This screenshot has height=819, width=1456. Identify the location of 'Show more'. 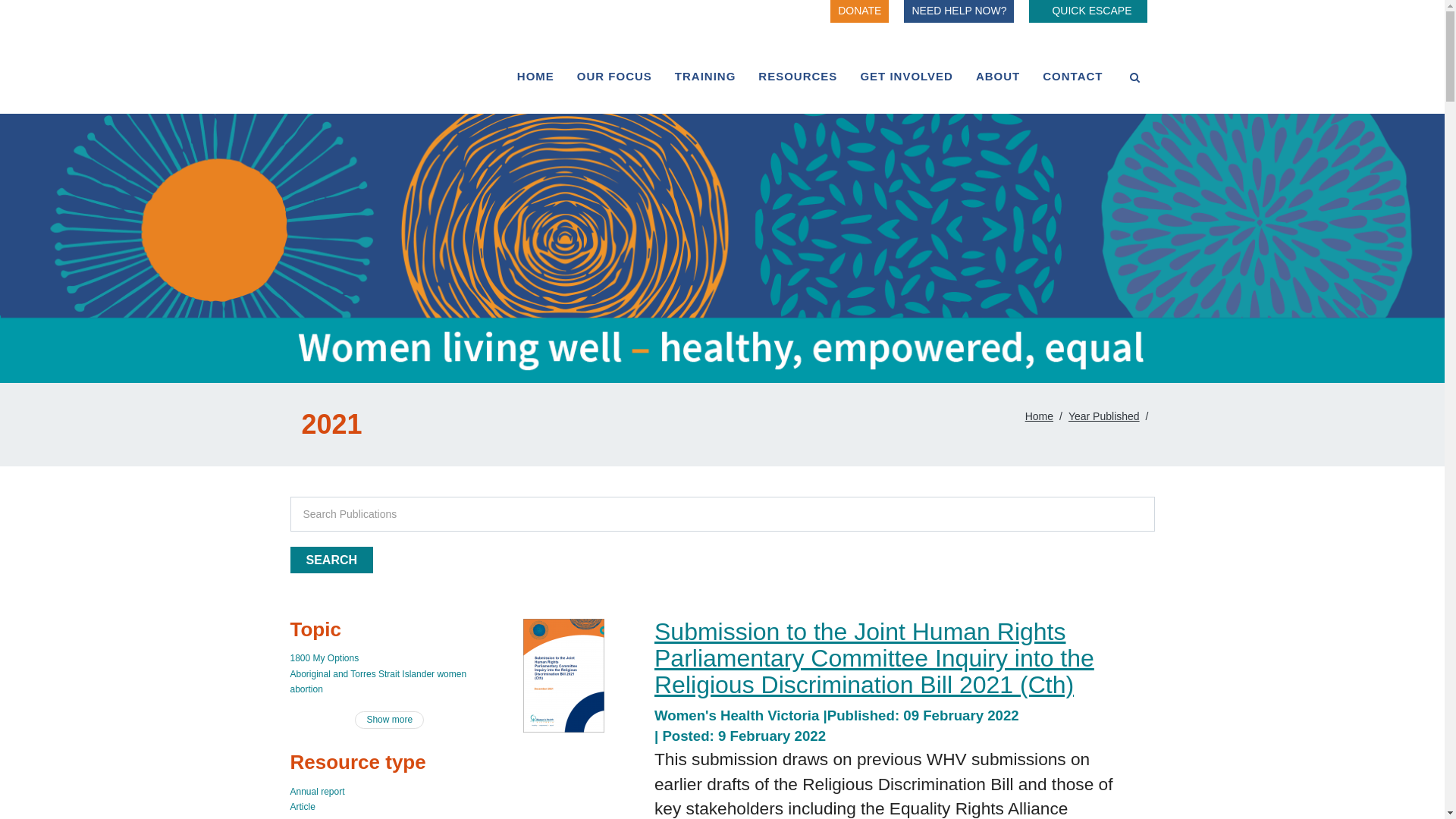
(389, 719).